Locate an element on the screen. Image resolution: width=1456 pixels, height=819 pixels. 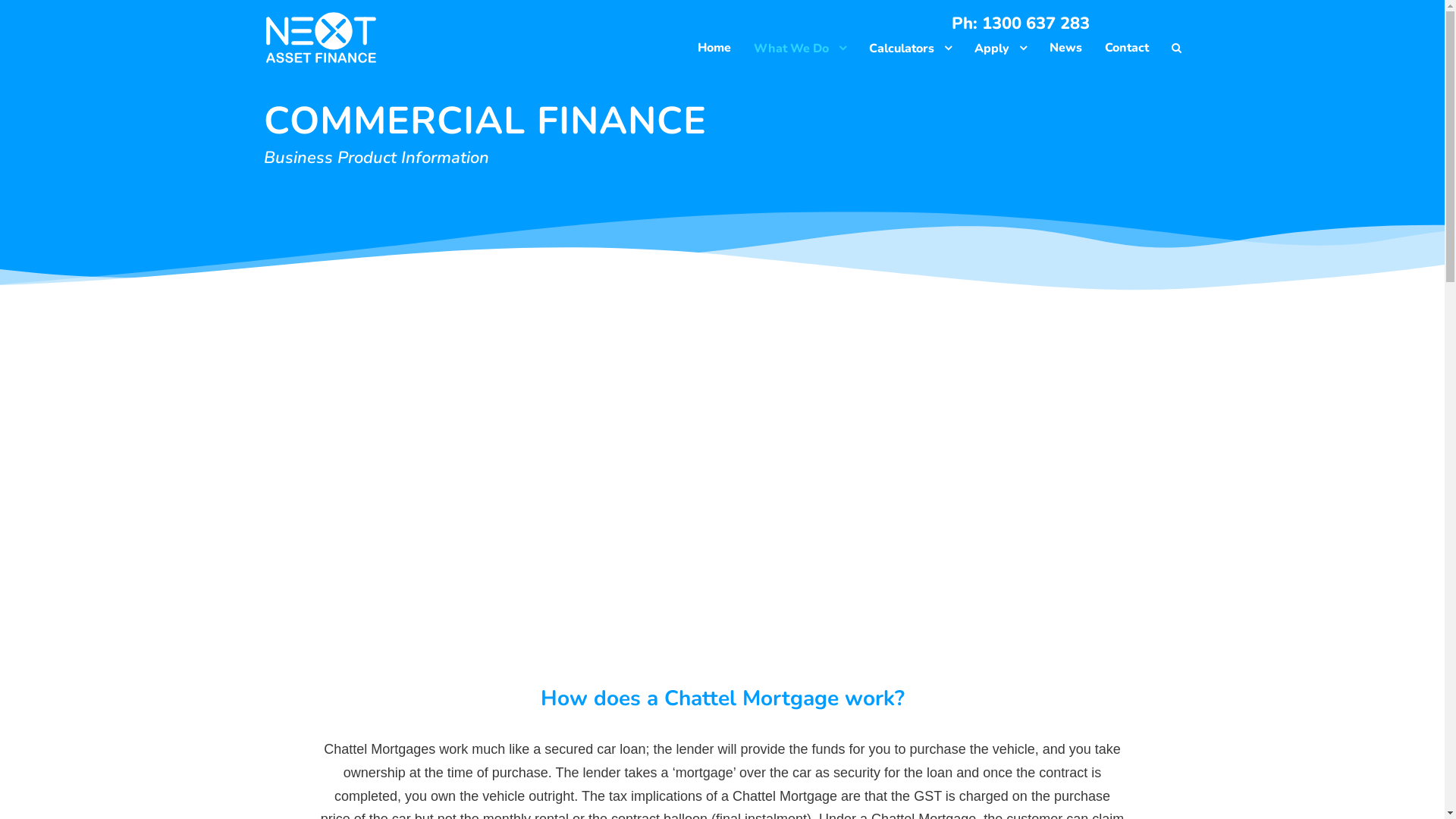
'Home' is located at coordinates (713, 51).